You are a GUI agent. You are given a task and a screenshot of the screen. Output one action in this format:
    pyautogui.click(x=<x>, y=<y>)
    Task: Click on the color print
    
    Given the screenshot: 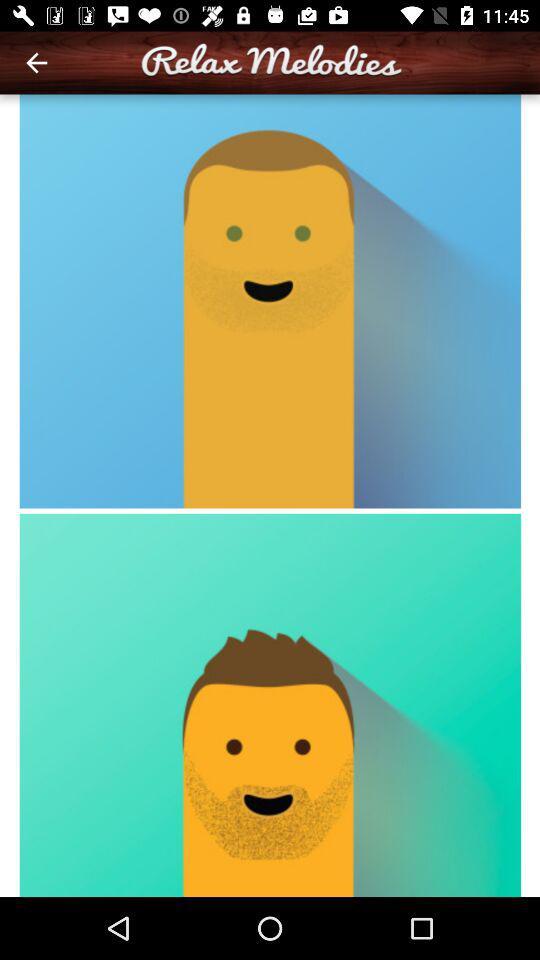 What is the action you would take?
    pyautogui.click(x=270, y=494)
    